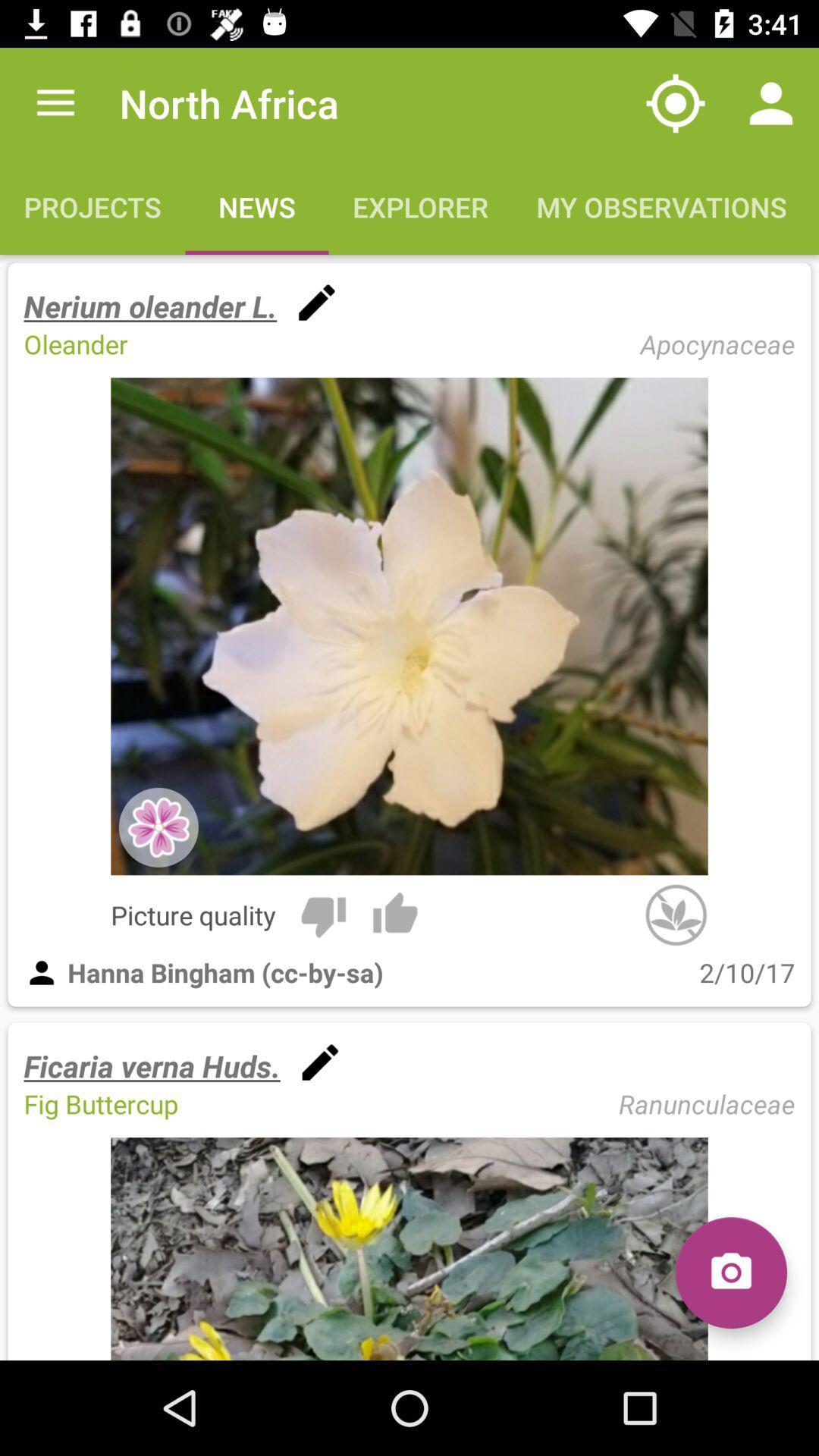 The height and width of the screenshot is (1456, 819). Describe the element at coordinates (730, 1272) in the screenshot. I see `the photo icon` at that location.